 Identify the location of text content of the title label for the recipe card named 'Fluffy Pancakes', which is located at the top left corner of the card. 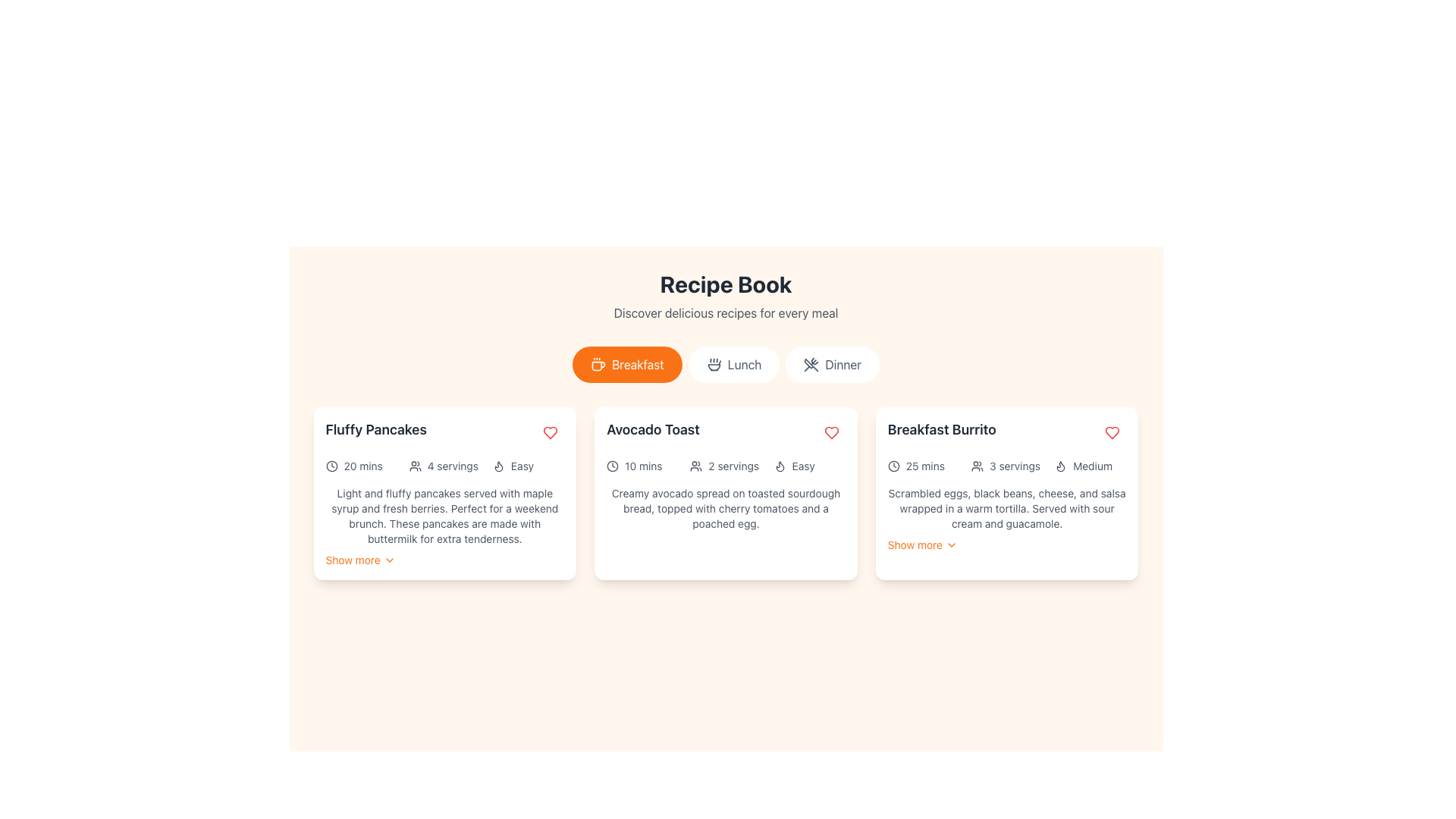
(376, 430).